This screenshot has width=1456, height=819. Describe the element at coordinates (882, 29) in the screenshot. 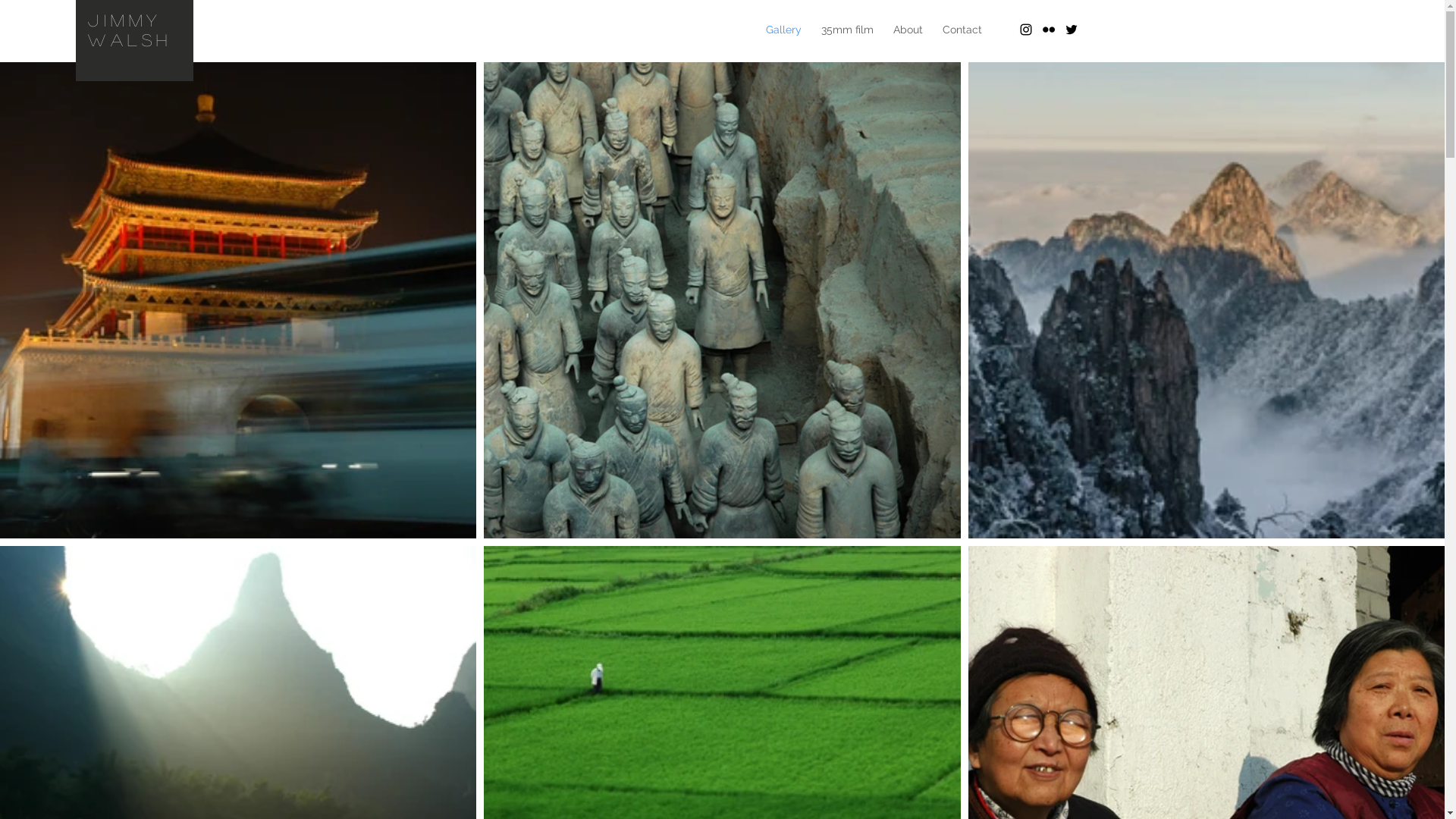

I see `'About'` at that location.